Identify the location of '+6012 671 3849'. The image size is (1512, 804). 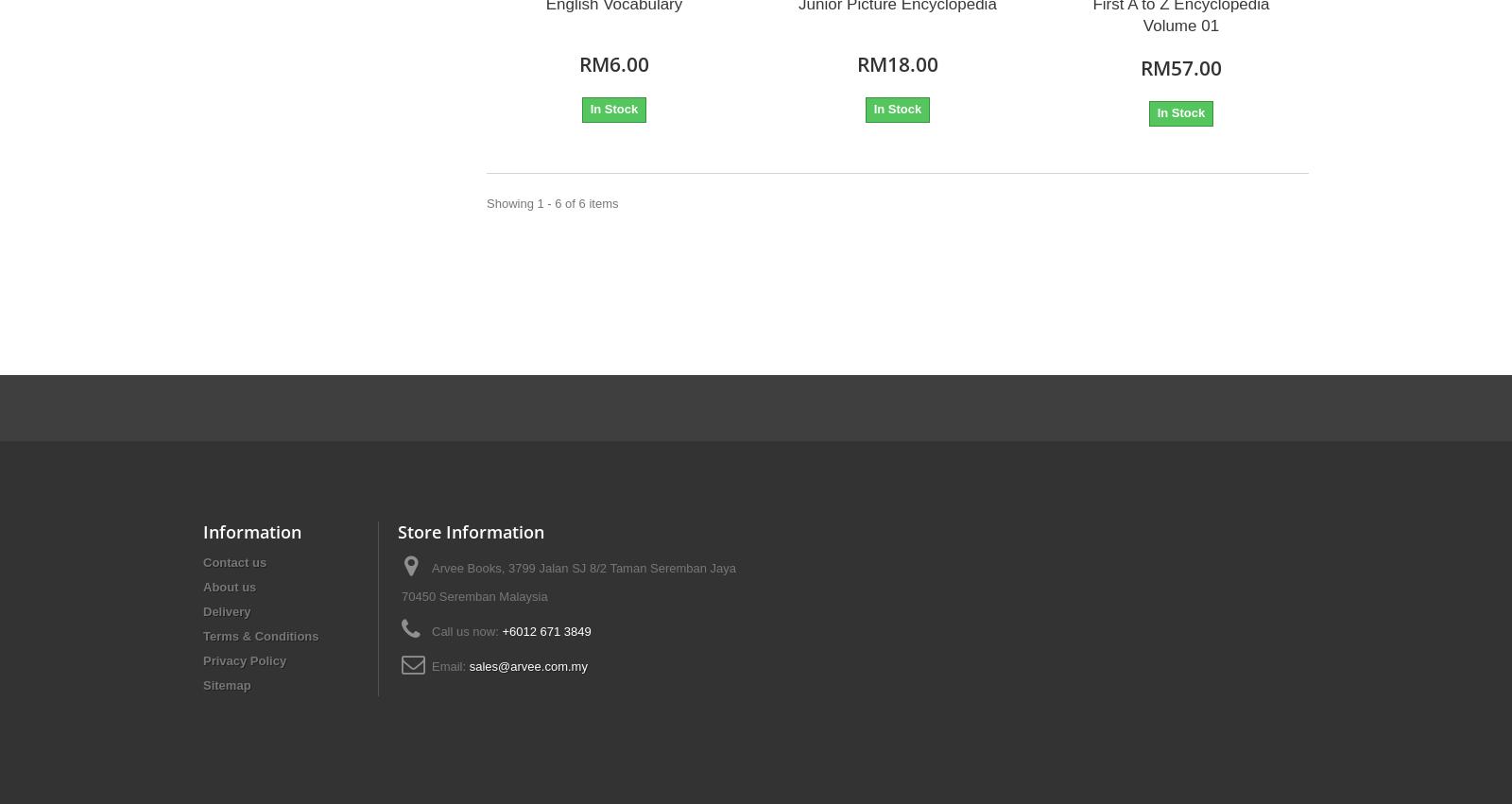
(544, 630).